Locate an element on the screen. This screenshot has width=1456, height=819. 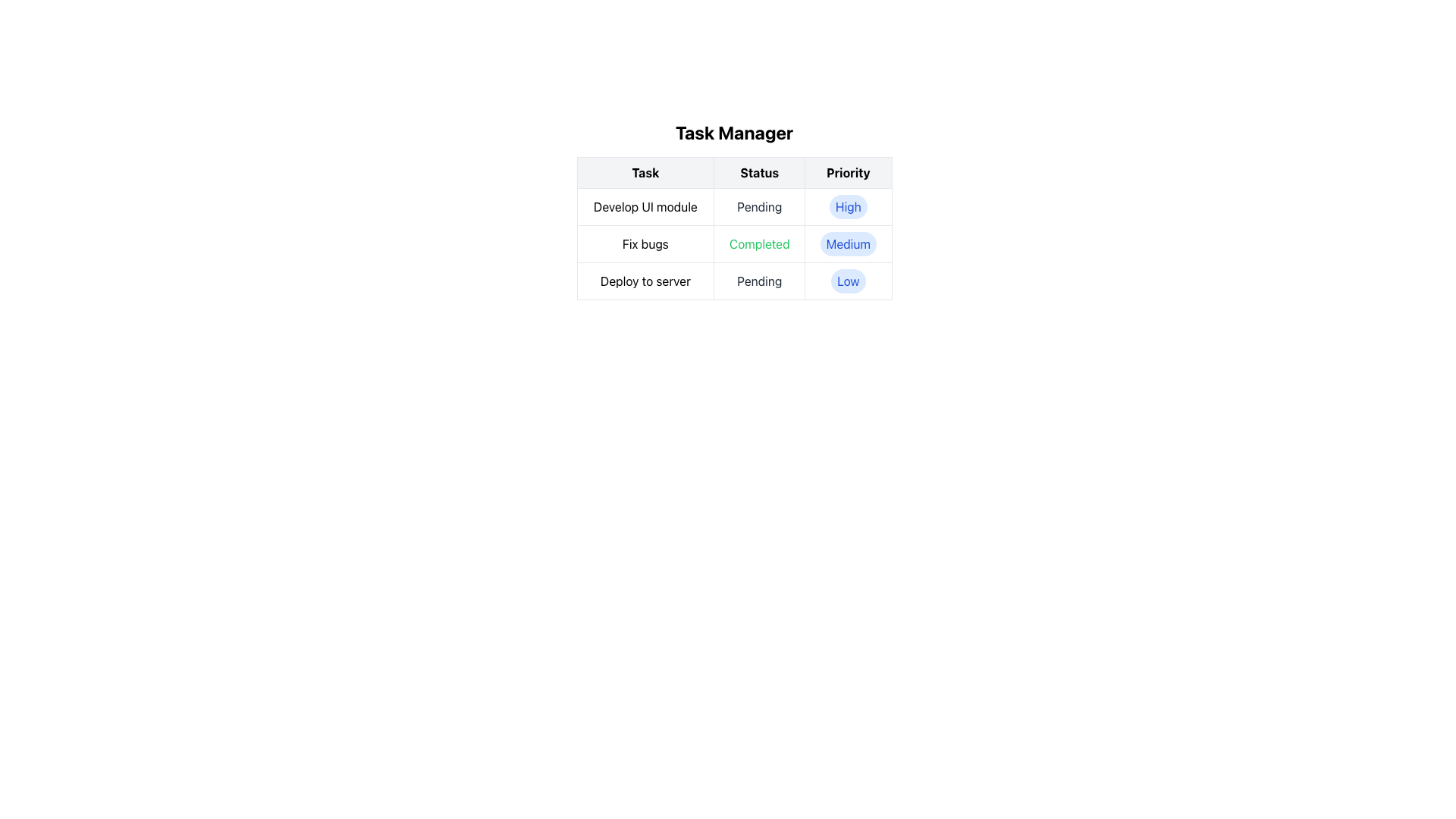
the header label indicating that the column below contains entries related to tasks, located in the first cell of the table's header row is located at coordinates (645, 171).